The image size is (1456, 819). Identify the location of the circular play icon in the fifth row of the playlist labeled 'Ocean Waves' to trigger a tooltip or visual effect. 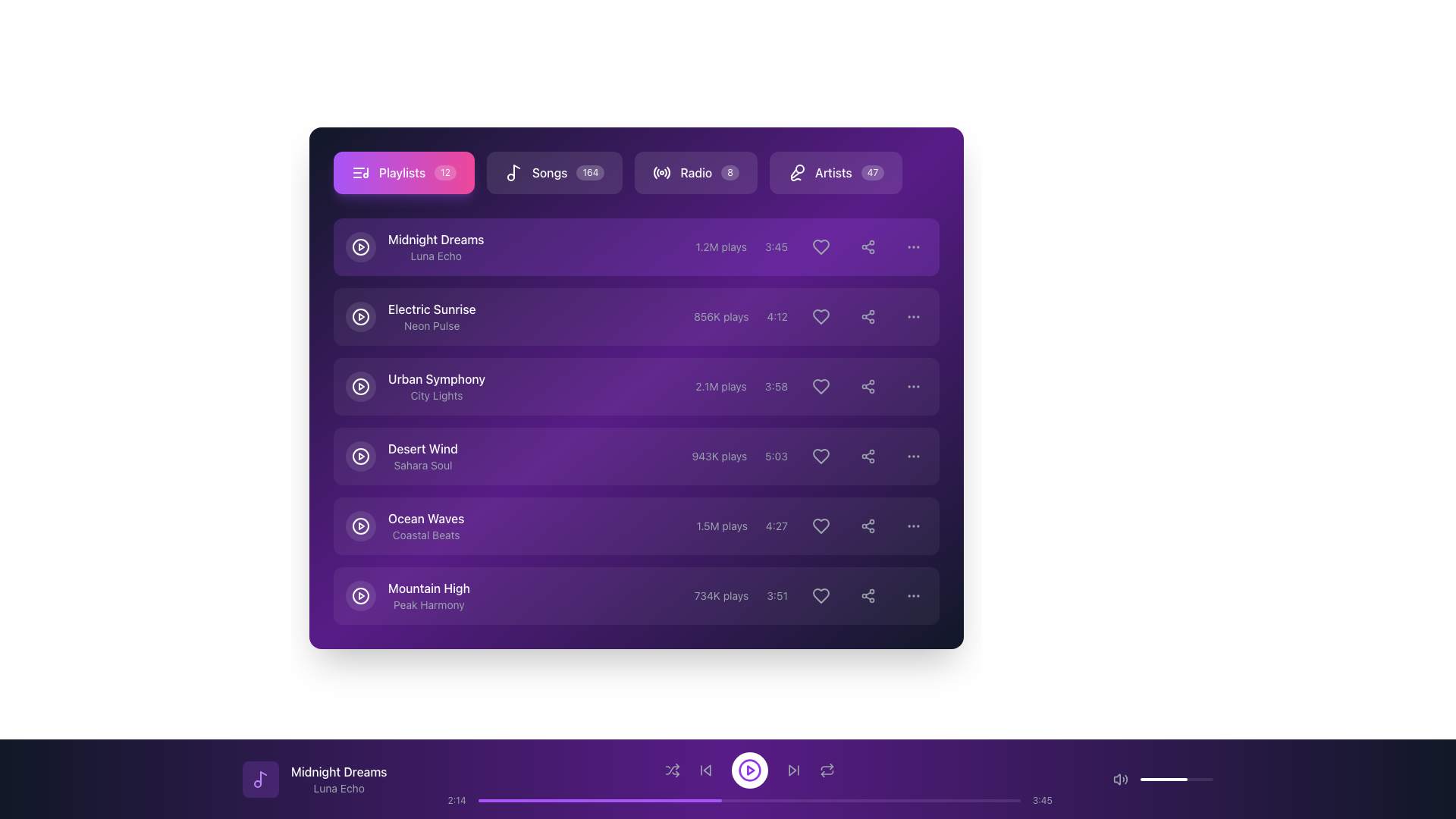
(359, 526).